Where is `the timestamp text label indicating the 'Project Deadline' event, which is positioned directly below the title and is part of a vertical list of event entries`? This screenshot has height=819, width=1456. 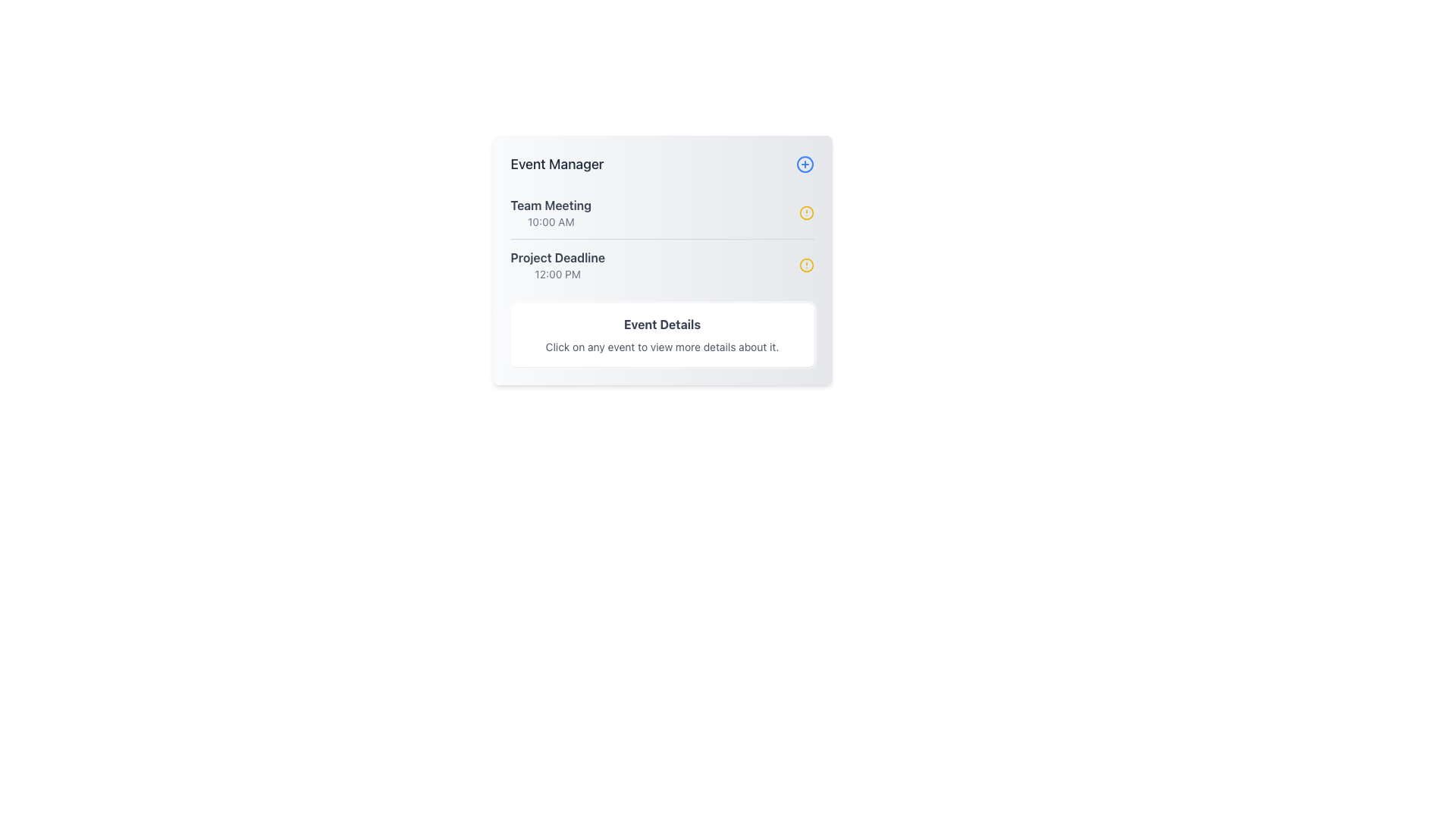 the timestamp text label indicating the 'Project Deadline' event, which is positioned directly below the title and is part of a vertical list of event entries is located at coordinates (557, 275).